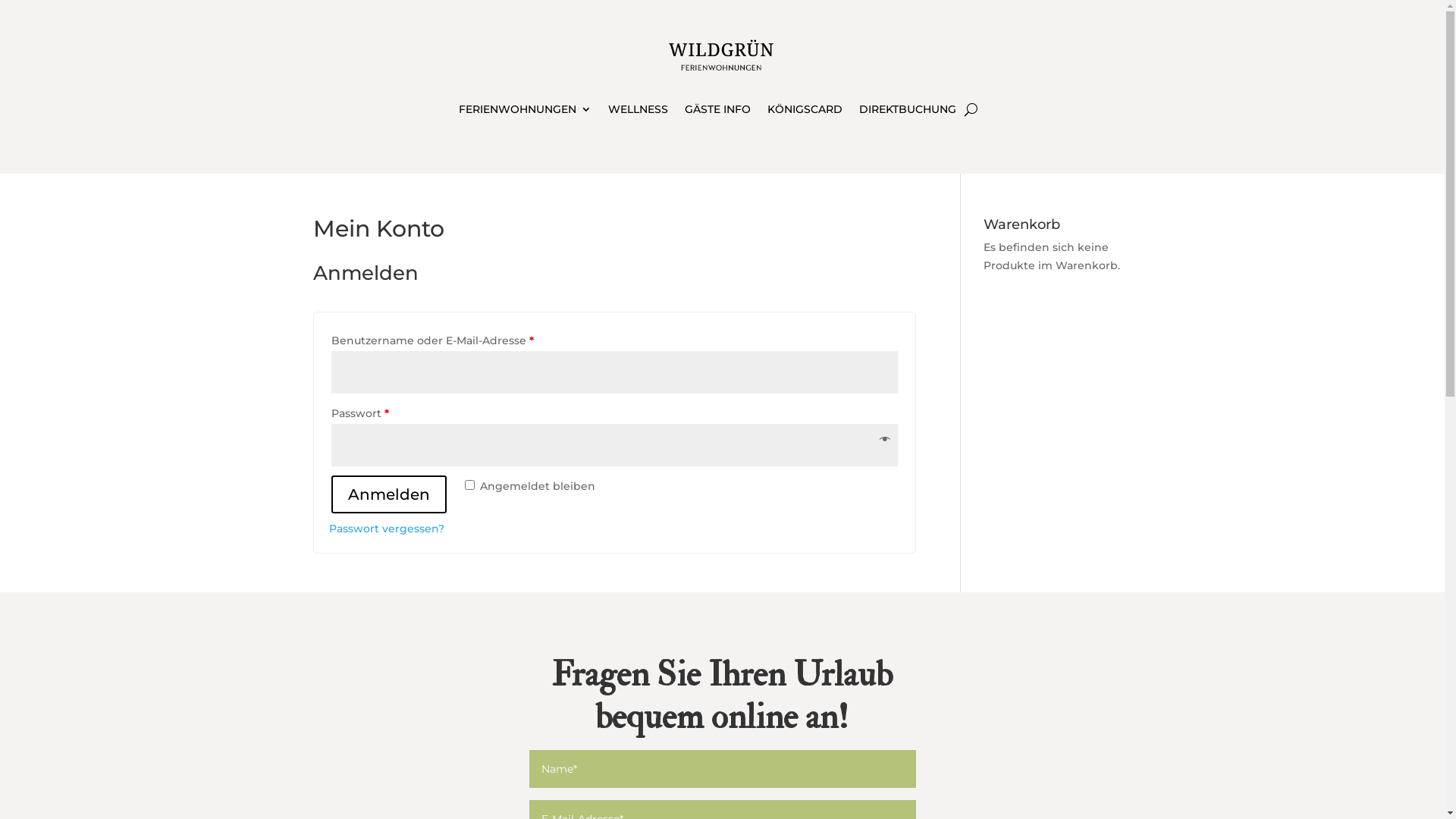  What do you see at coordinates (388, 494) in the screenshot?
I see `'Anmelden'` at bounding box center [388, 494].